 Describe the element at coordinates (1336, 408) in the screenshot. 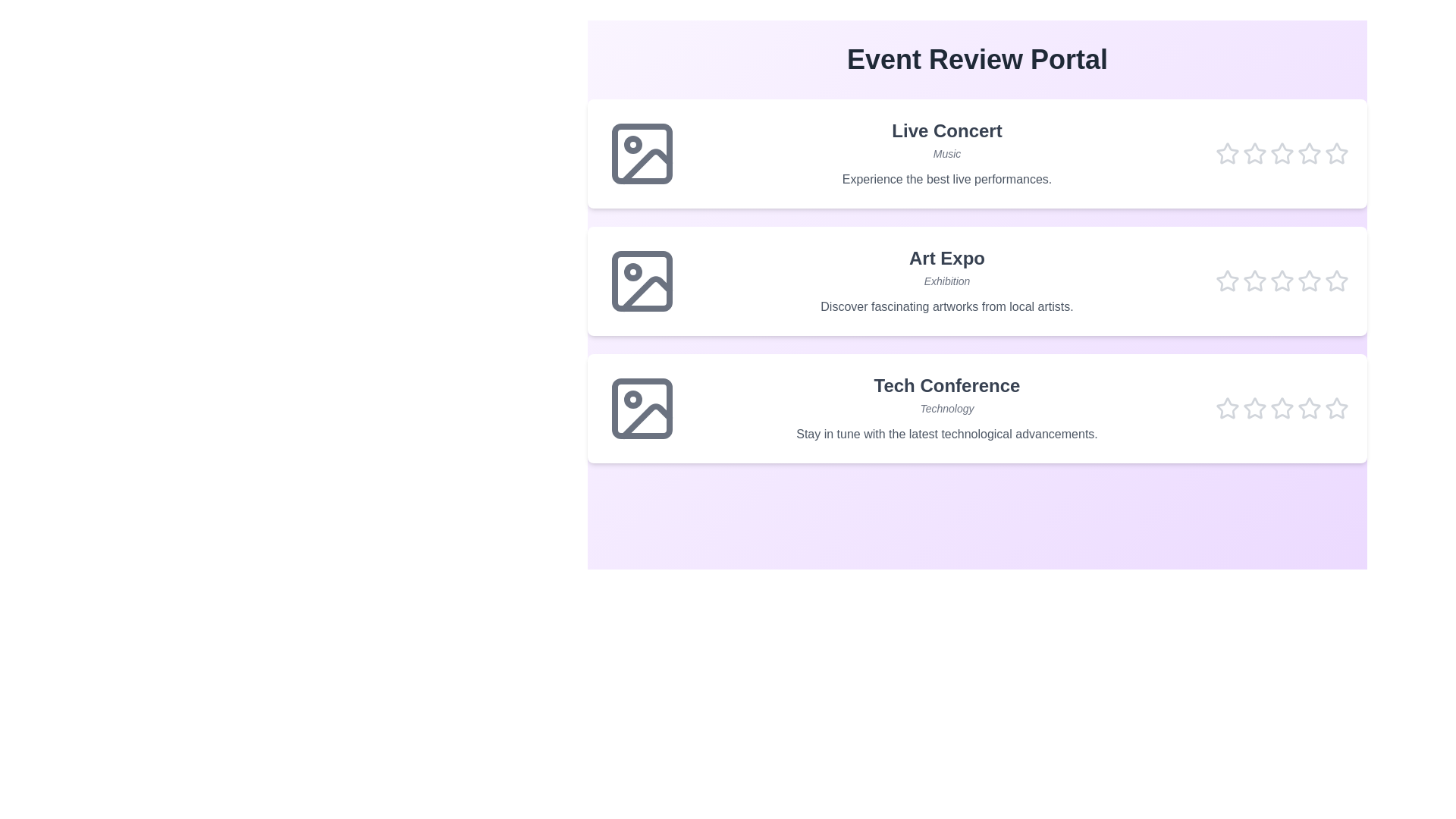

I see `the star corresponding to the rating 5 for the event Tech Conference` at that location.